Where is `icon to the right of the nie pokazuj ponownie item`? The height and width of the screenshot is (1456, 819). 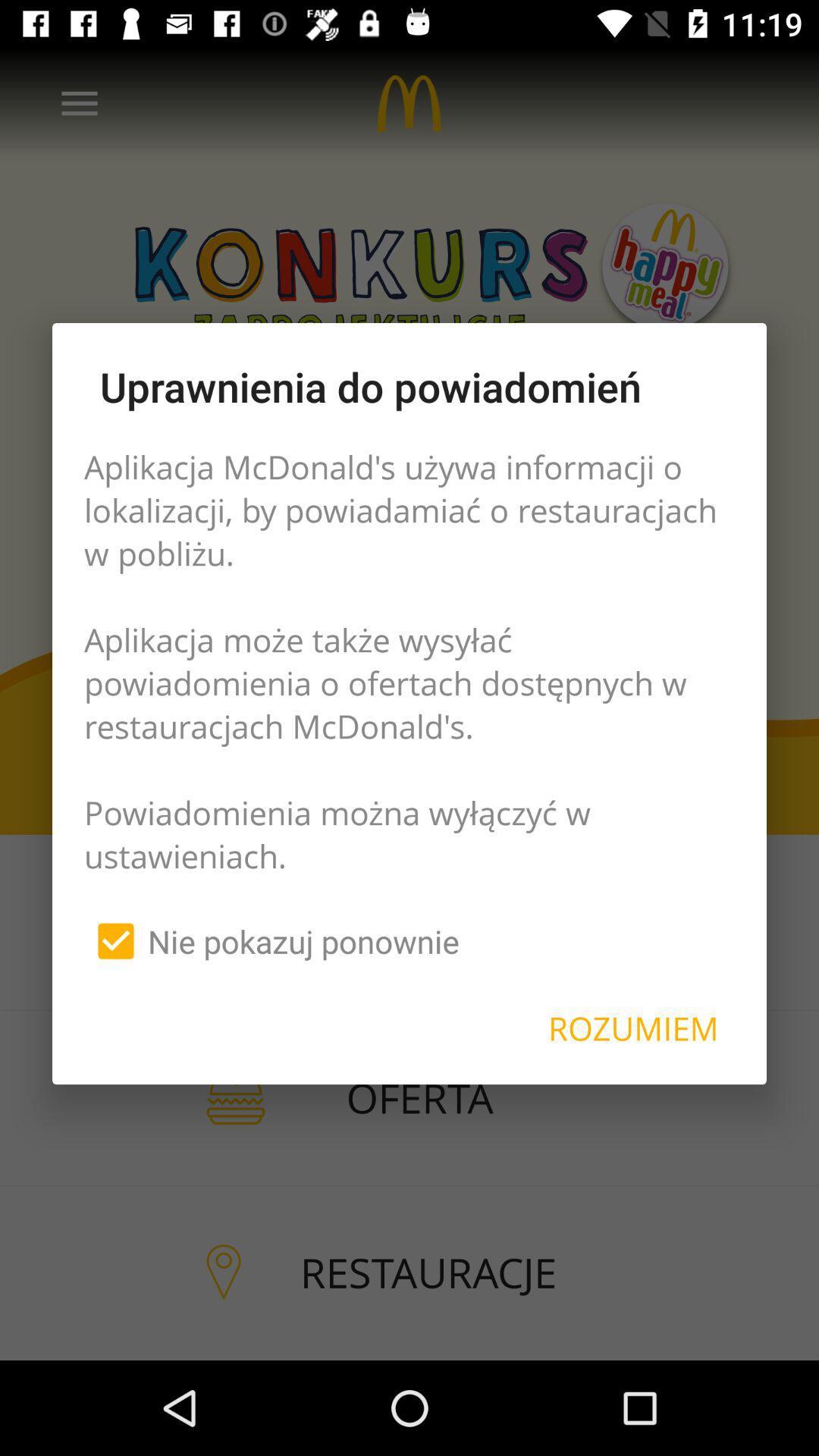 icon to the right of the nie pokazuj ponownie item is located at coordinates (633, 1028).